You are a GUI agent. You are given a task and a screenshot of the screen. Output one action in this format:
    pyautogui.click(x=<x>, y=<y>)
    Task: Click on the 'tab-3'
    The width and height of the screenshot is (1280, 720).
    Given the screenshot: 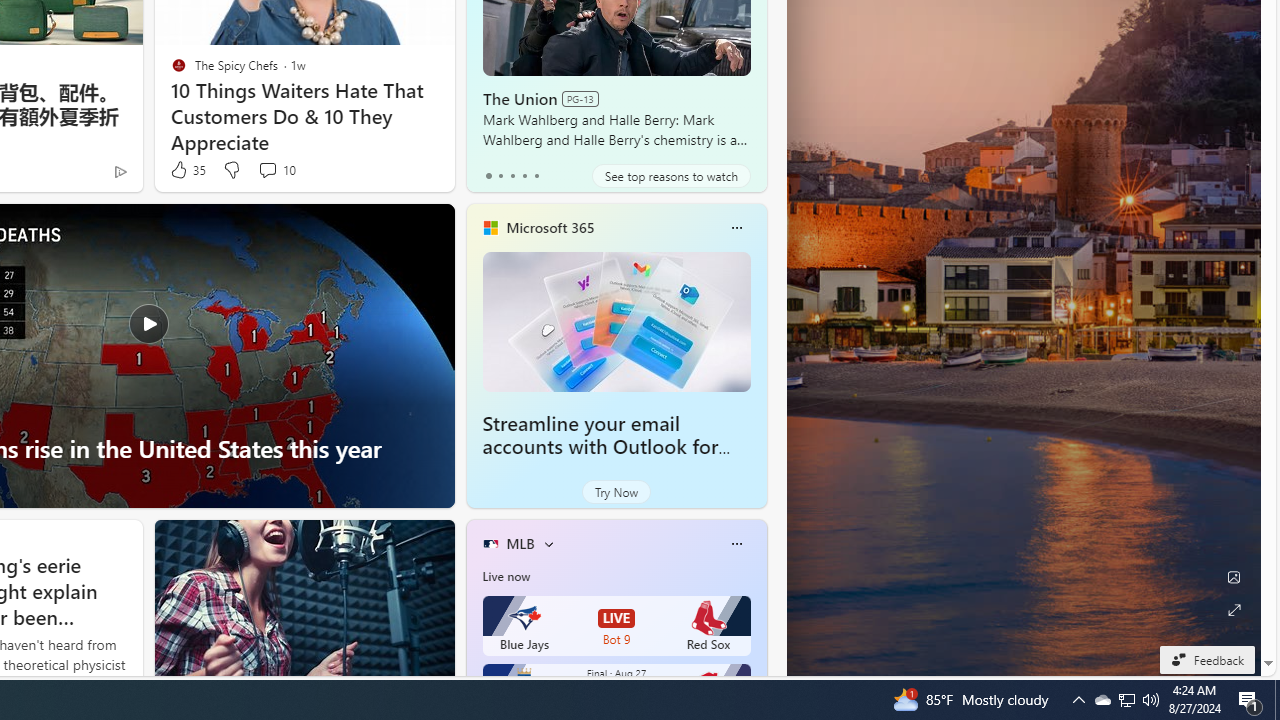 What is the action you would take?
    pyautogui.click(x=524, y=175)
    